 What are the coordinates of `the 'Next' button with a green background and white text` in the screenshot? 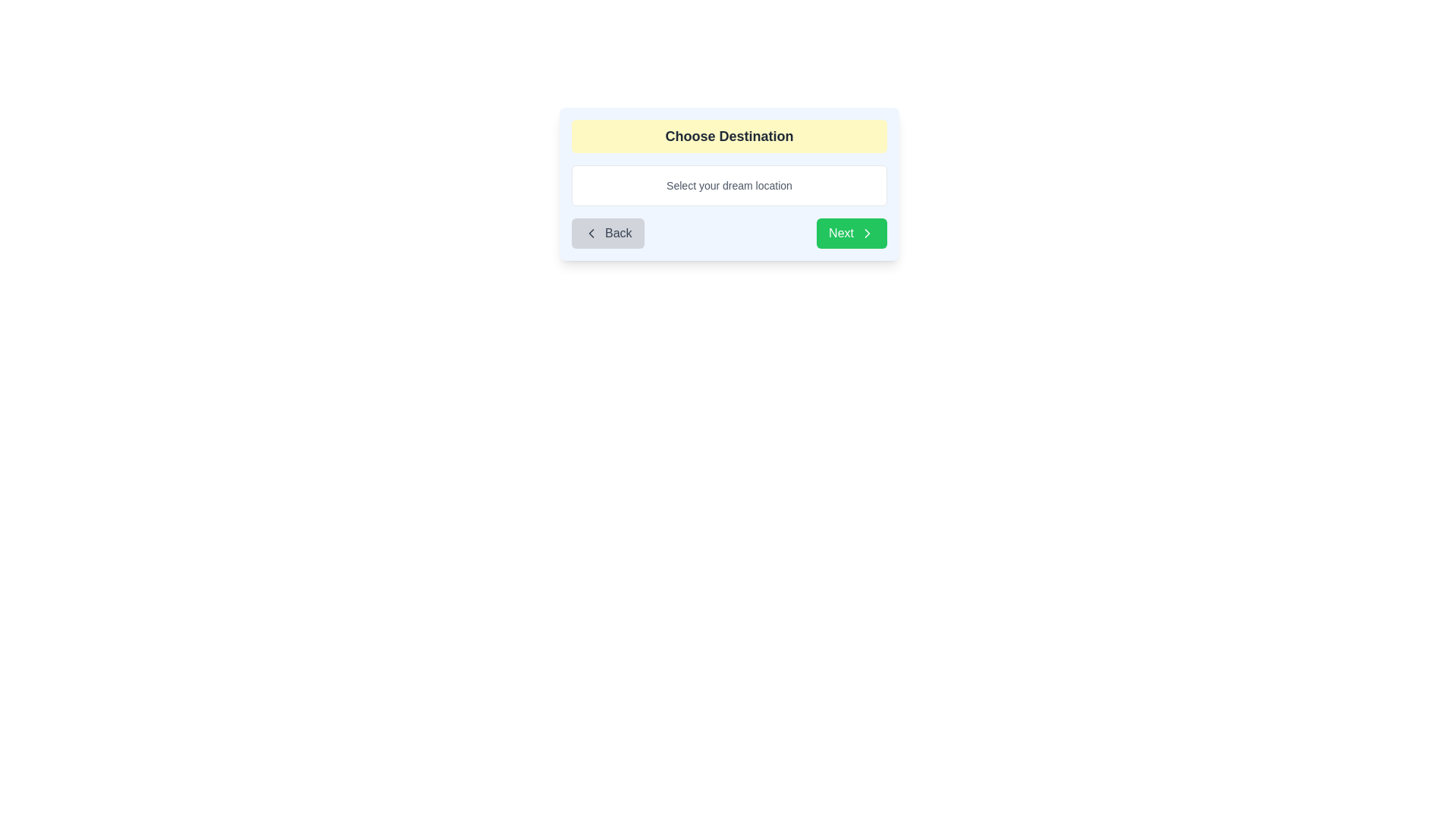 It's located at (852, 234).